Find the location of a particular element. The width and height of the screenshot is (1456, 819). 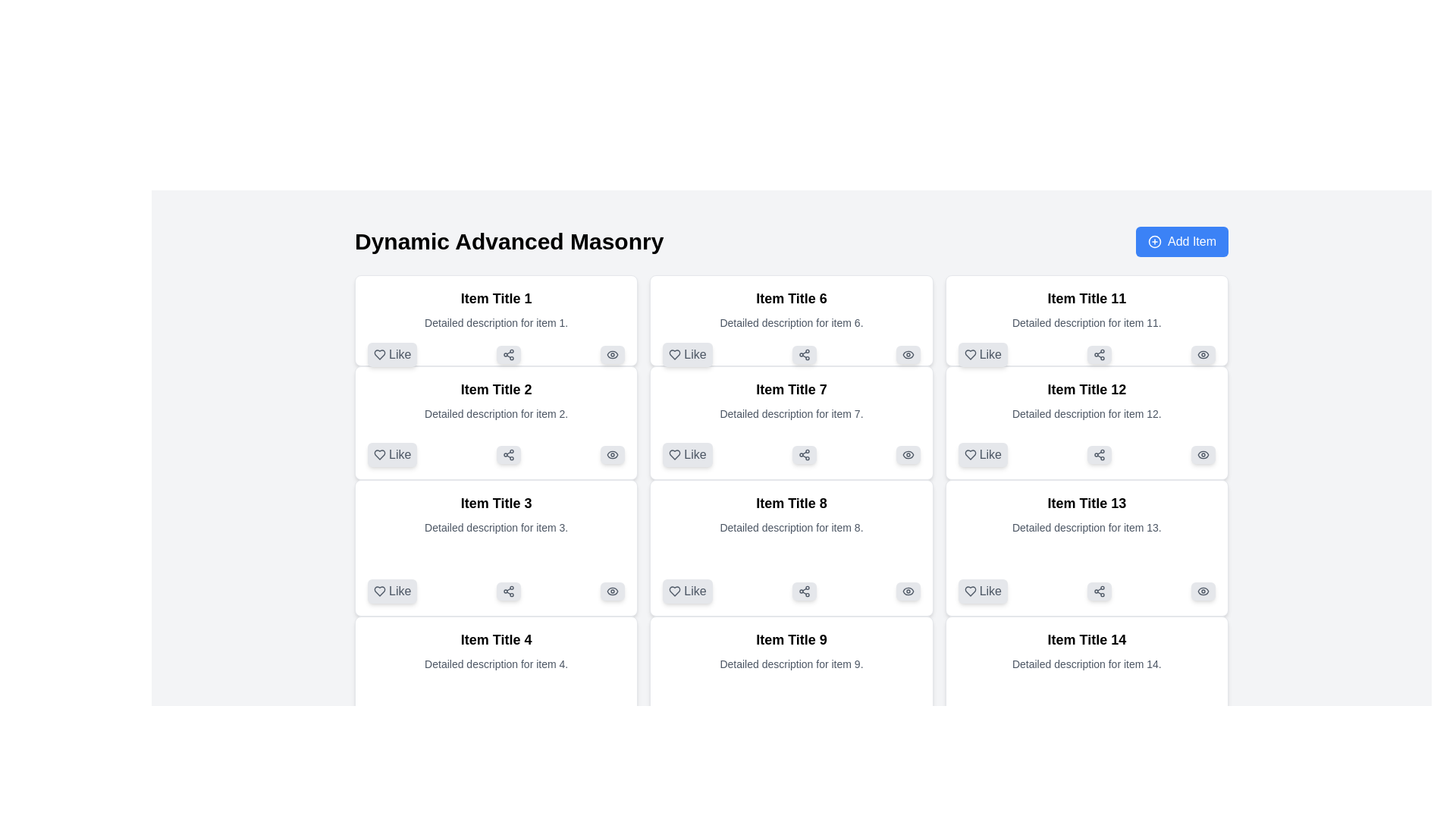

the text label displaying 'Detailed description for item 7.' located below 'Item Title 7' in the card layout is located at coordinates (790, 414).